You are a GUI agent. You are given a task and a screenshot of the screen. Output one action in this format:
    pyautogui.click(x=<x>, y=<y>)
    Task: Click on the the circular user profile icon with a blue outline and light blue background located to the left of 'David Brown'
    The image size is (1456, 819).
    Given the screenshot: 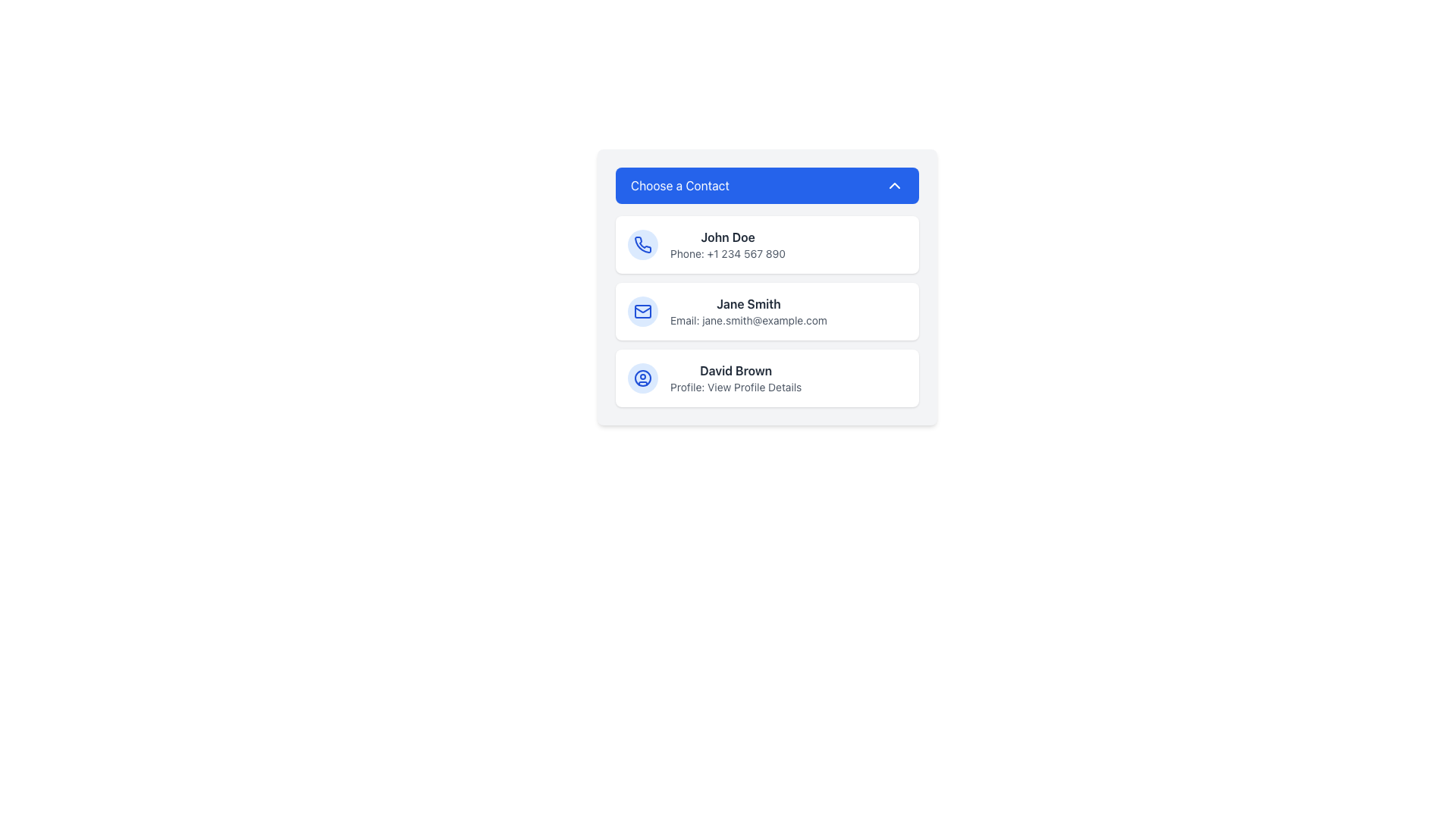 What is the action you would take?
    pyautogui.click(x=643, y=377)
    